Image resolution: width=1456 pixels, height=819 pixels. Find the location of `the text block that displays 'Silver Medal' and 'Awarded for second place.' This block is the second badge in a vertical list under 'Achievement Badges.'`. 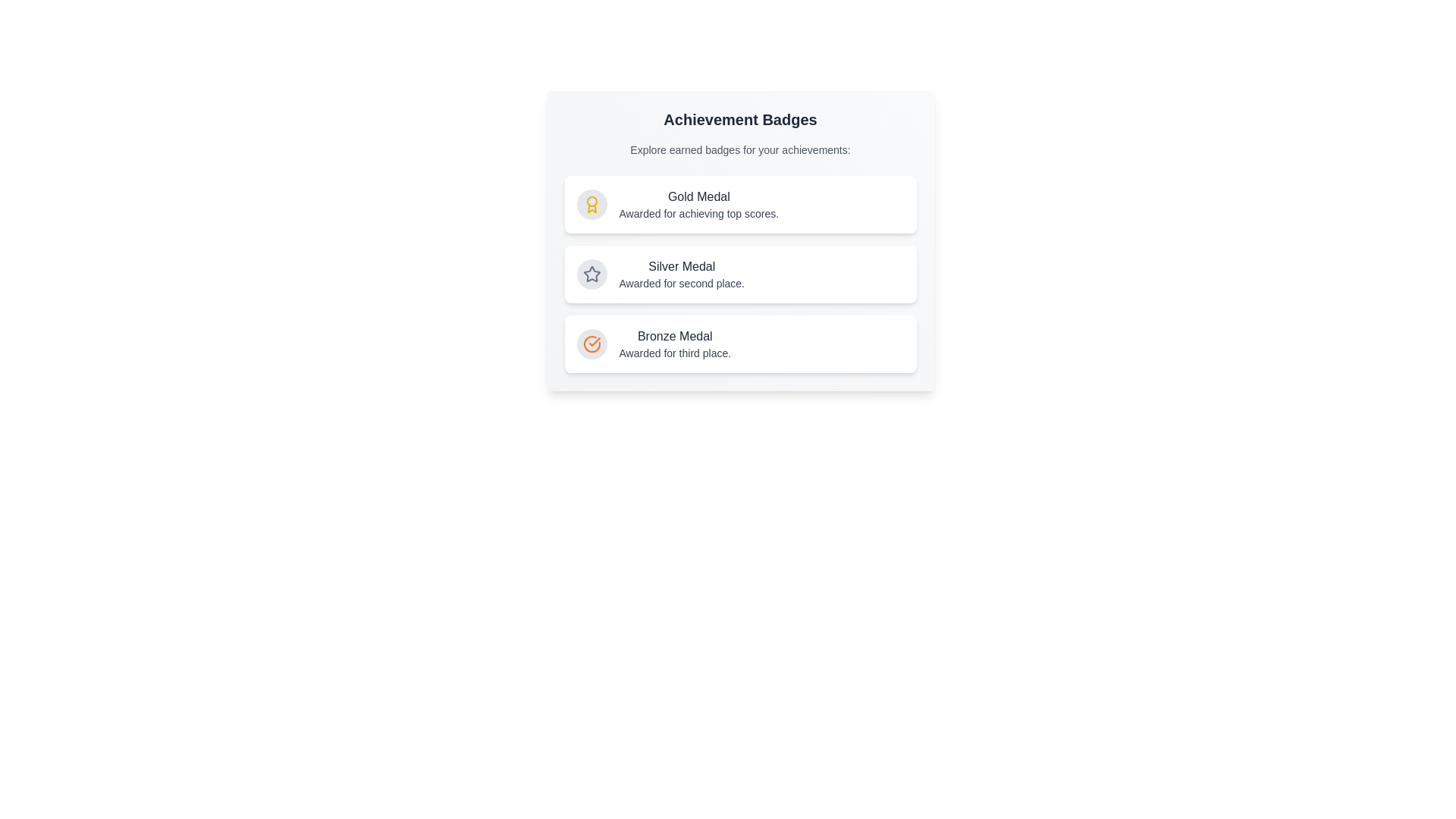

the text block that displays 'Silver Medal' and 'Awarded for second place.' This block is the second badge in a vertical list under 'Achievement Badges.' is located at coordinates (681, 275).